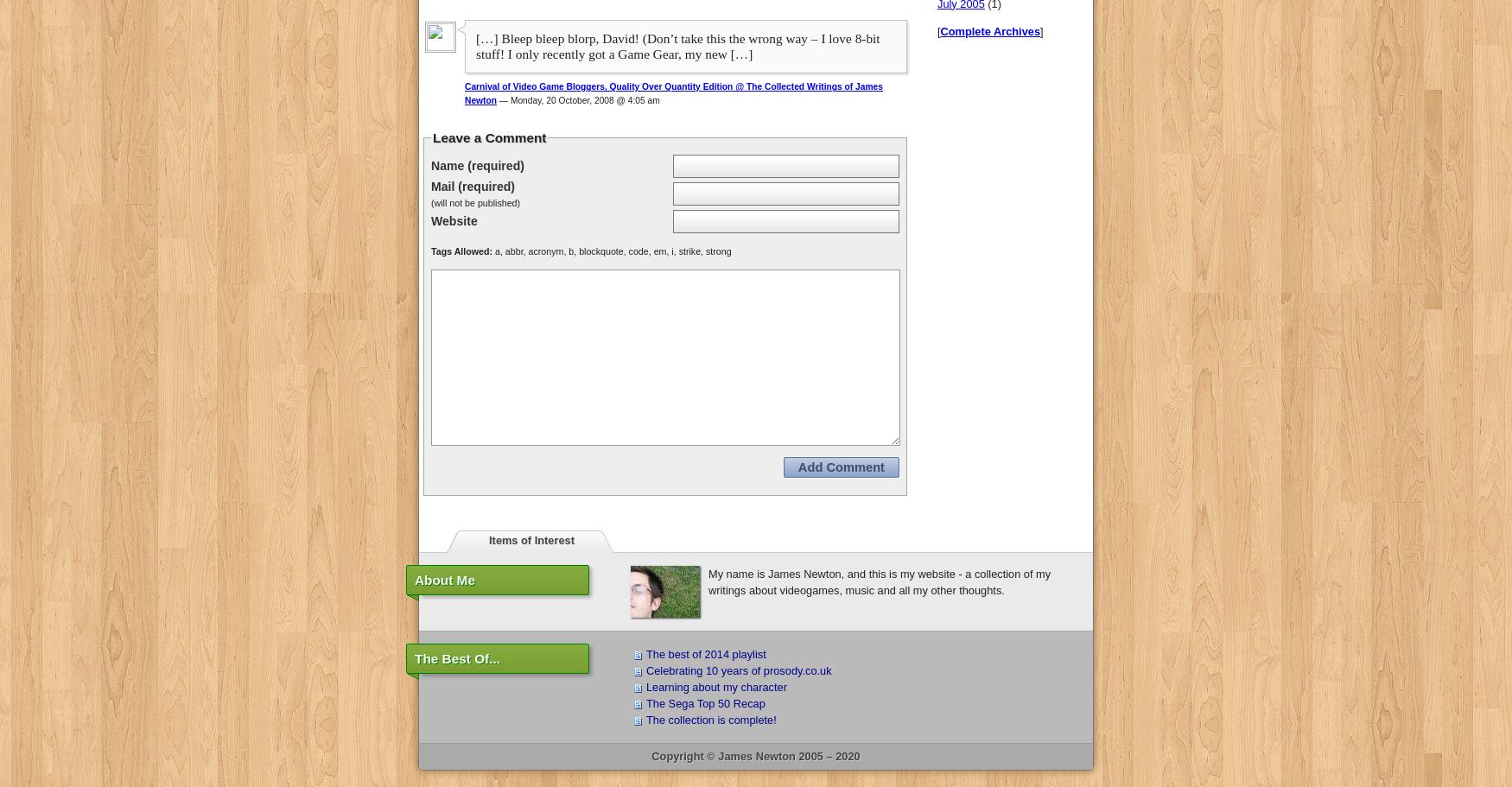 This screenshot has width=1512, height=787. I want to click on '[', so click(938, 30).